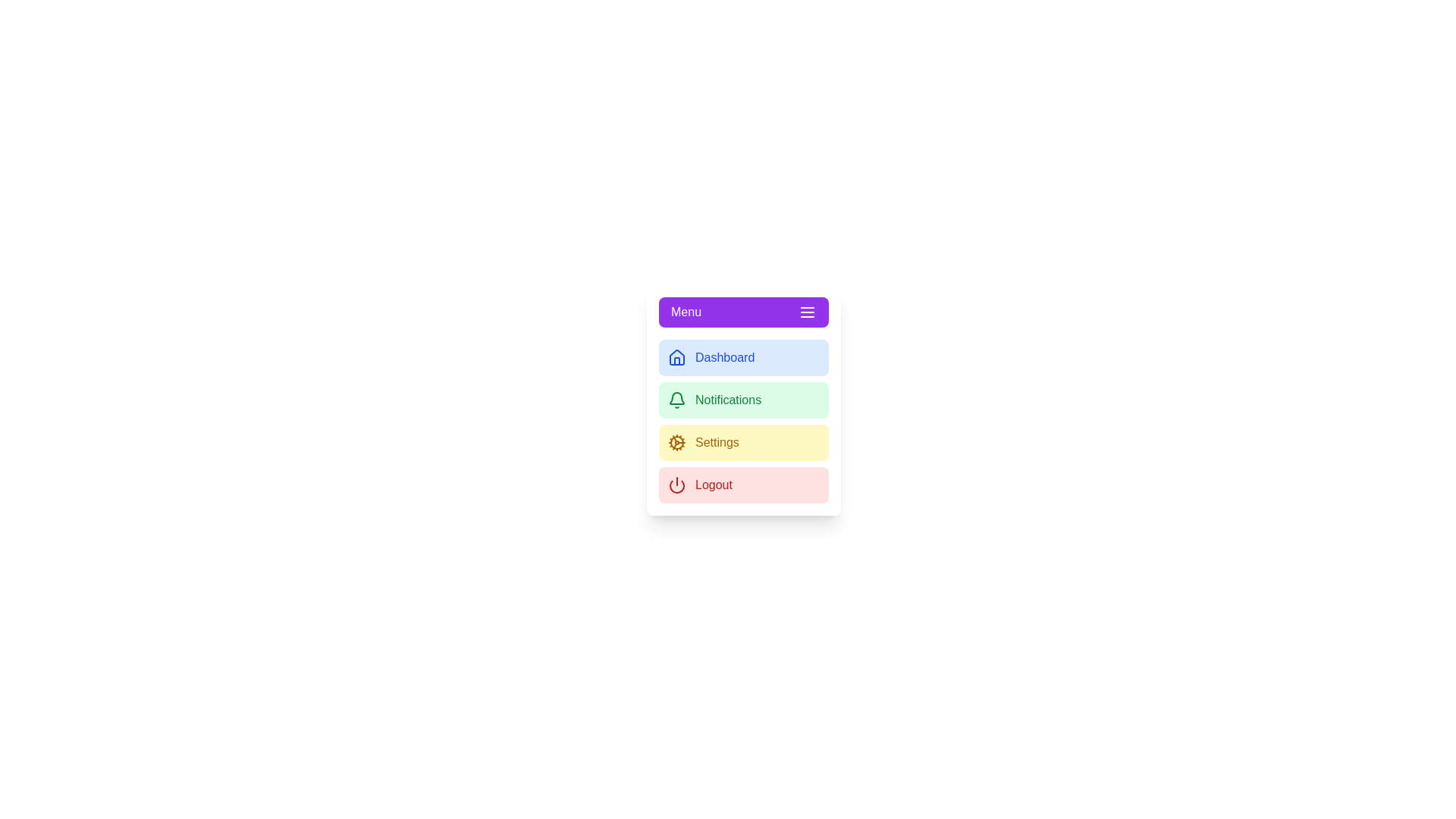 This screenshot has width=1456, height=819. Describe the element at coordinates (743, 312) in the screenshot. I see `the 'Menu' button to toggle the visibility of the sidebar menu` at that location.